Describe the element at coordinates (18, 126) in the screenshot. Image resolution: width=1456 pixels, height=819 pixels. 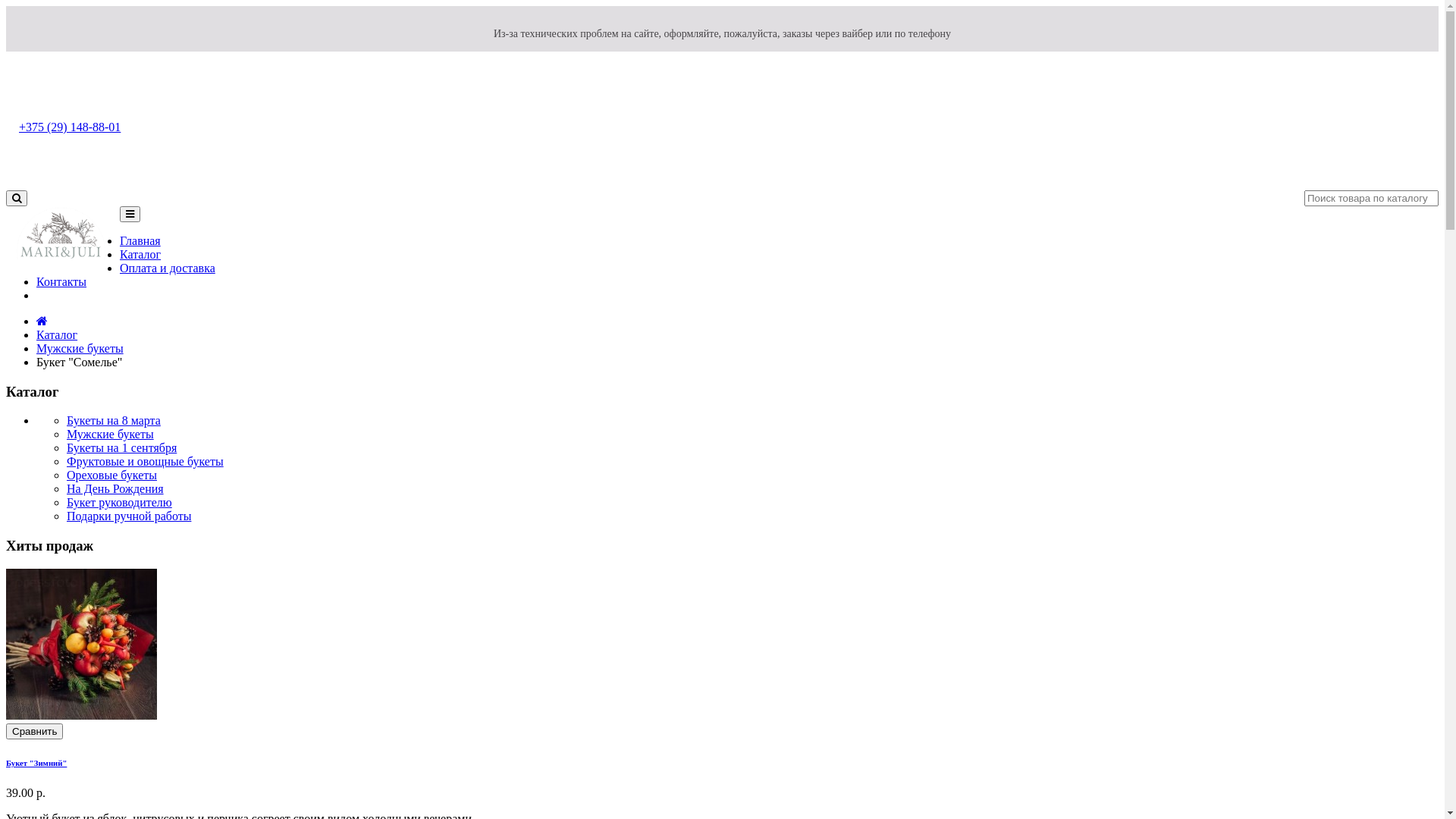
I see `'+375 (29) 148-88-01'` at that location.